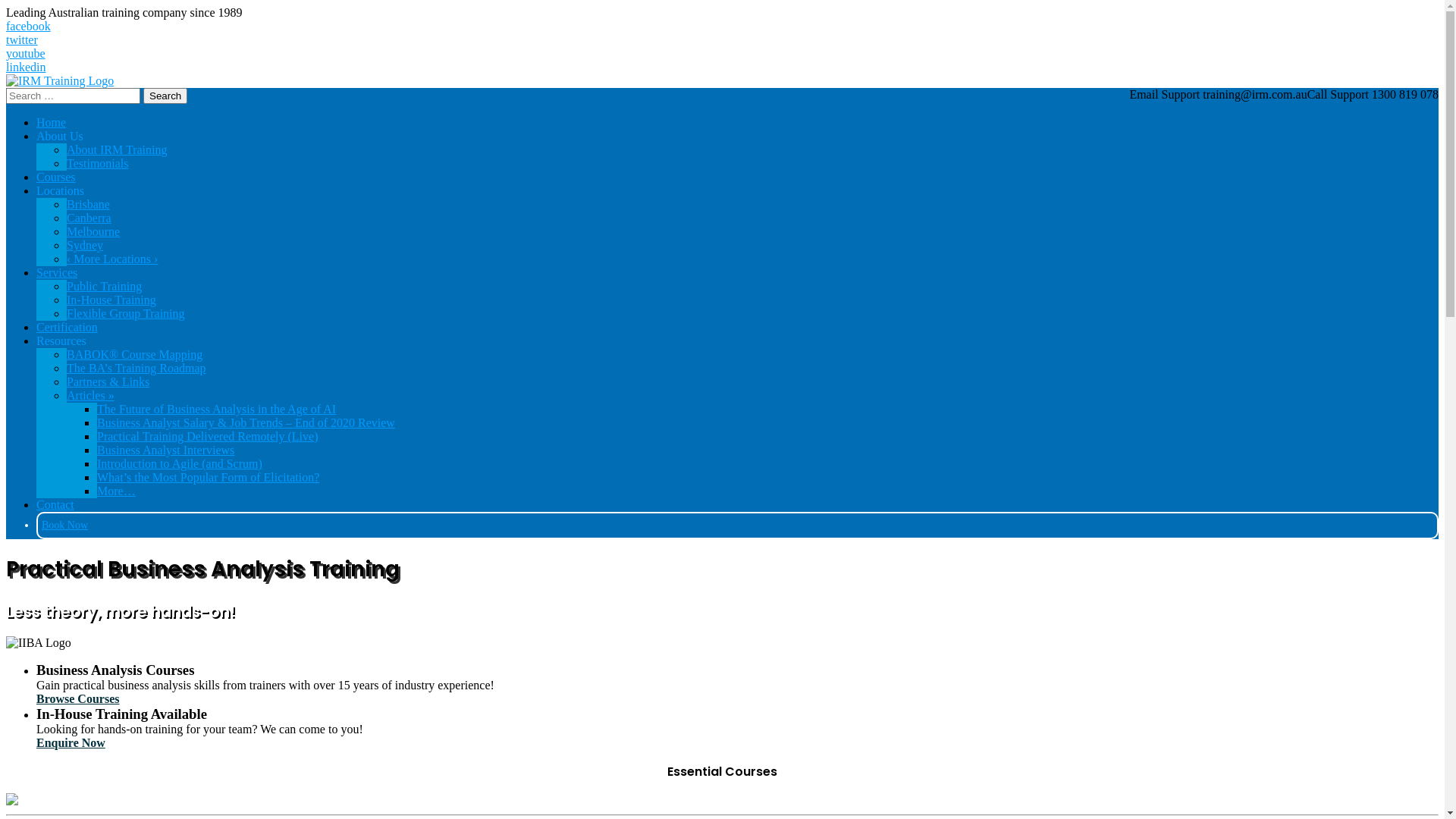 Image resolution: width=1456 pixels, height=819 pixels. I want to click on 'Testimonials', so click(65, 163).